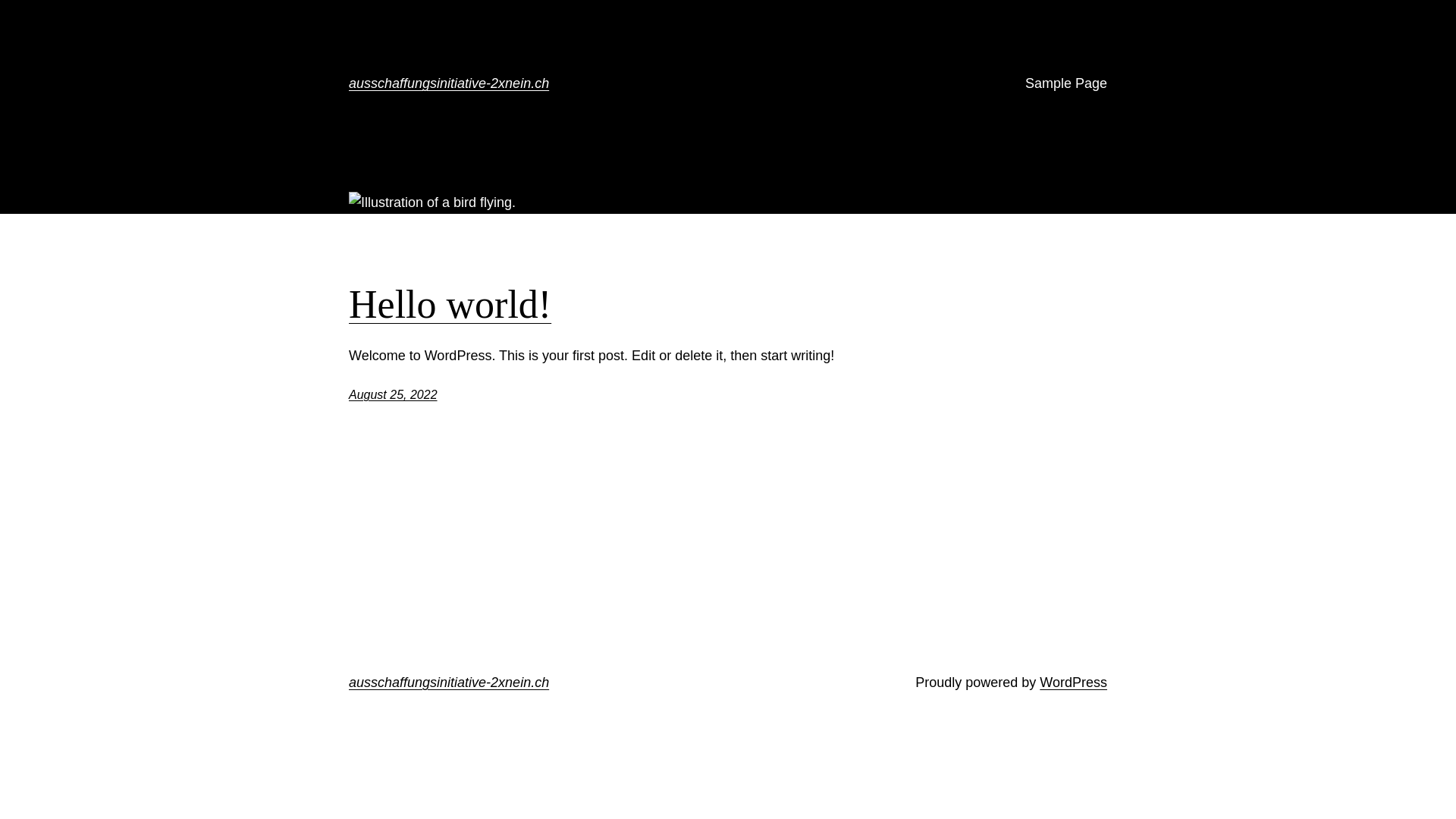 This screenshot has width=1456, height=819. What do you see at coordinates (1065, 83) in the screenshot?
I see `'Sample Page'` at bounding box center [1065, 83].